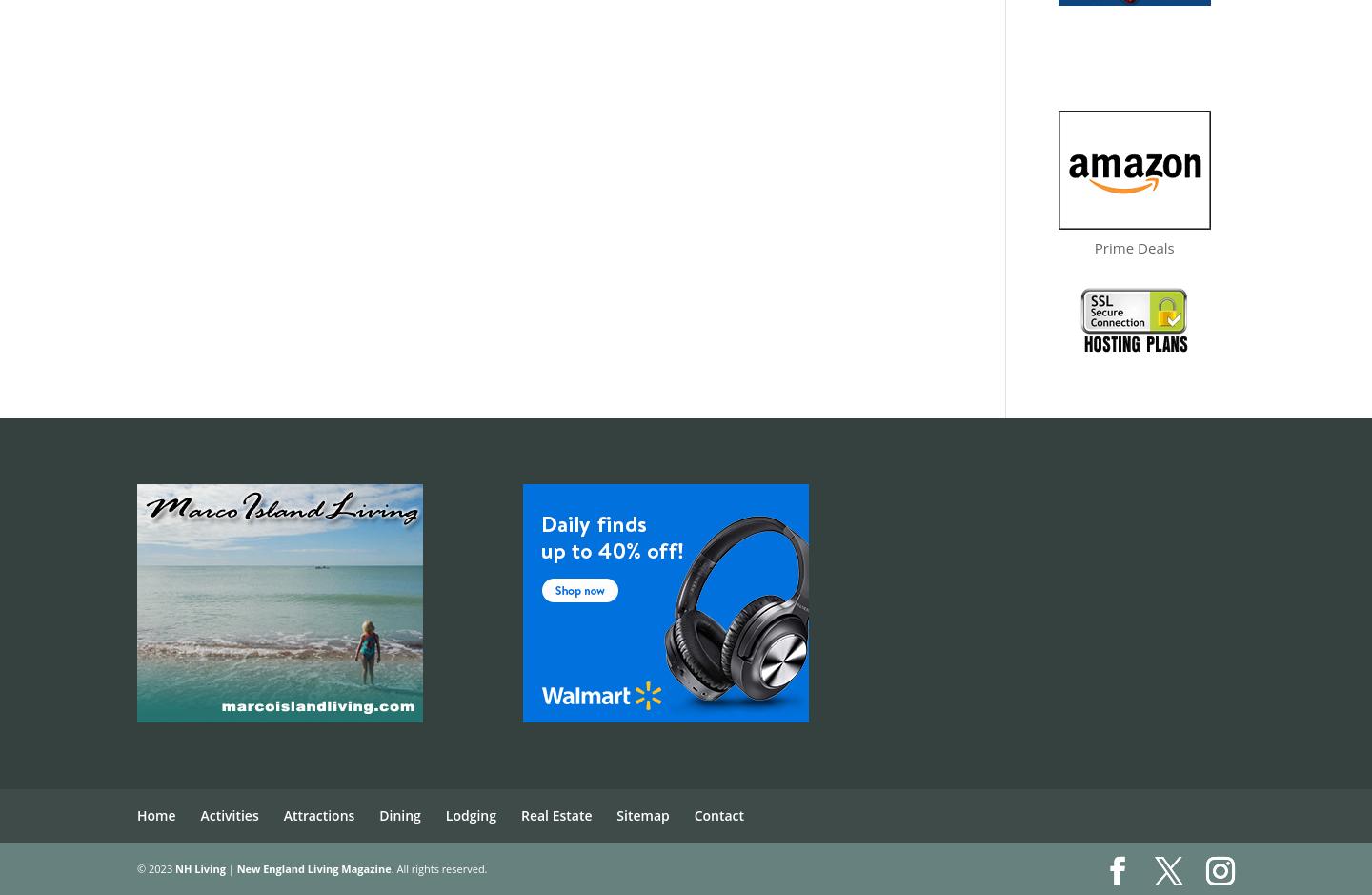  Describe the element at coordinates (155, 866) in the screenshot. I see `'© 2023'` at that location.